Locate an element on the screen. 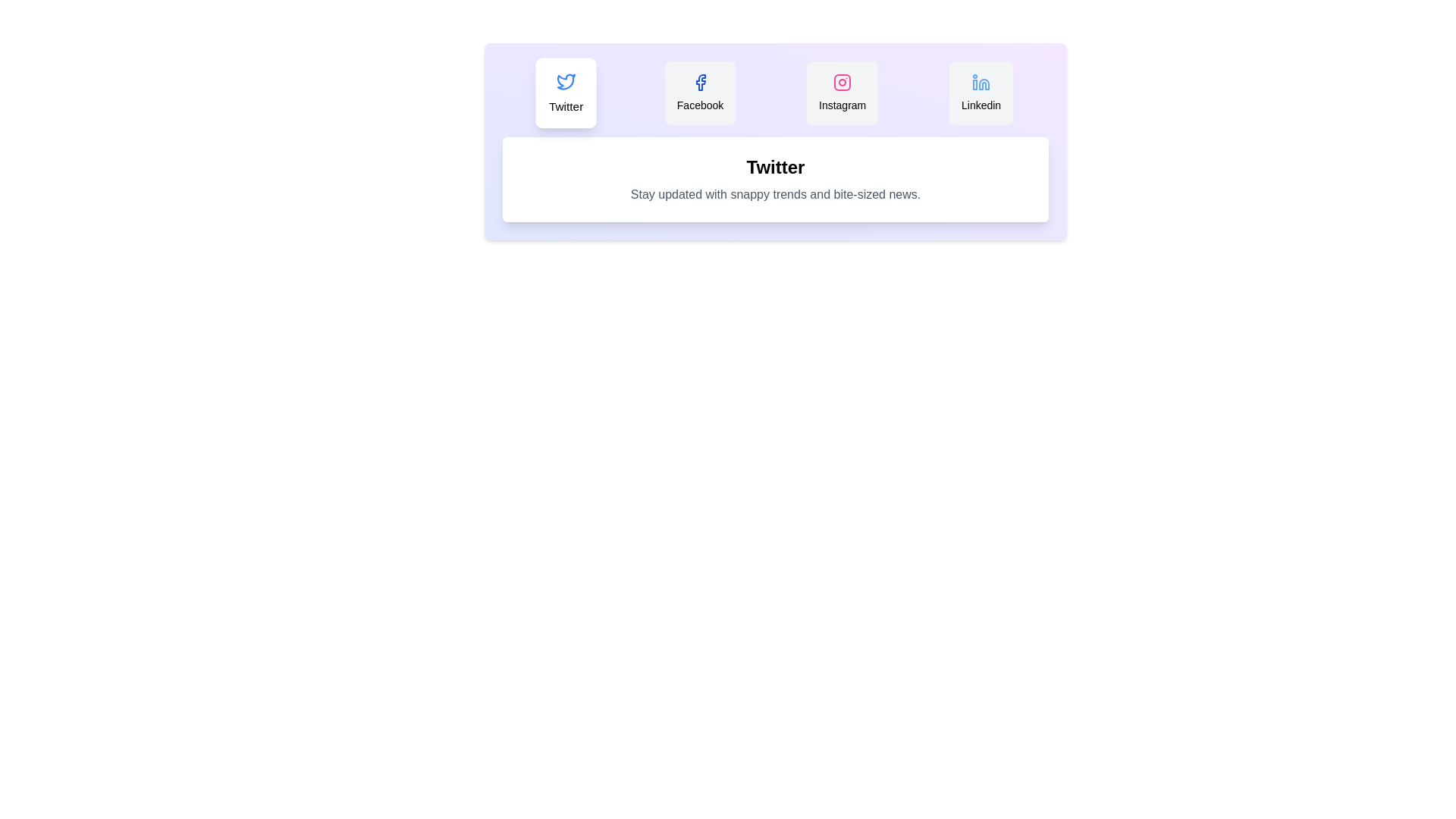  the Linkedin tab by clicking on its respective button is located at coordinates (981, 93).